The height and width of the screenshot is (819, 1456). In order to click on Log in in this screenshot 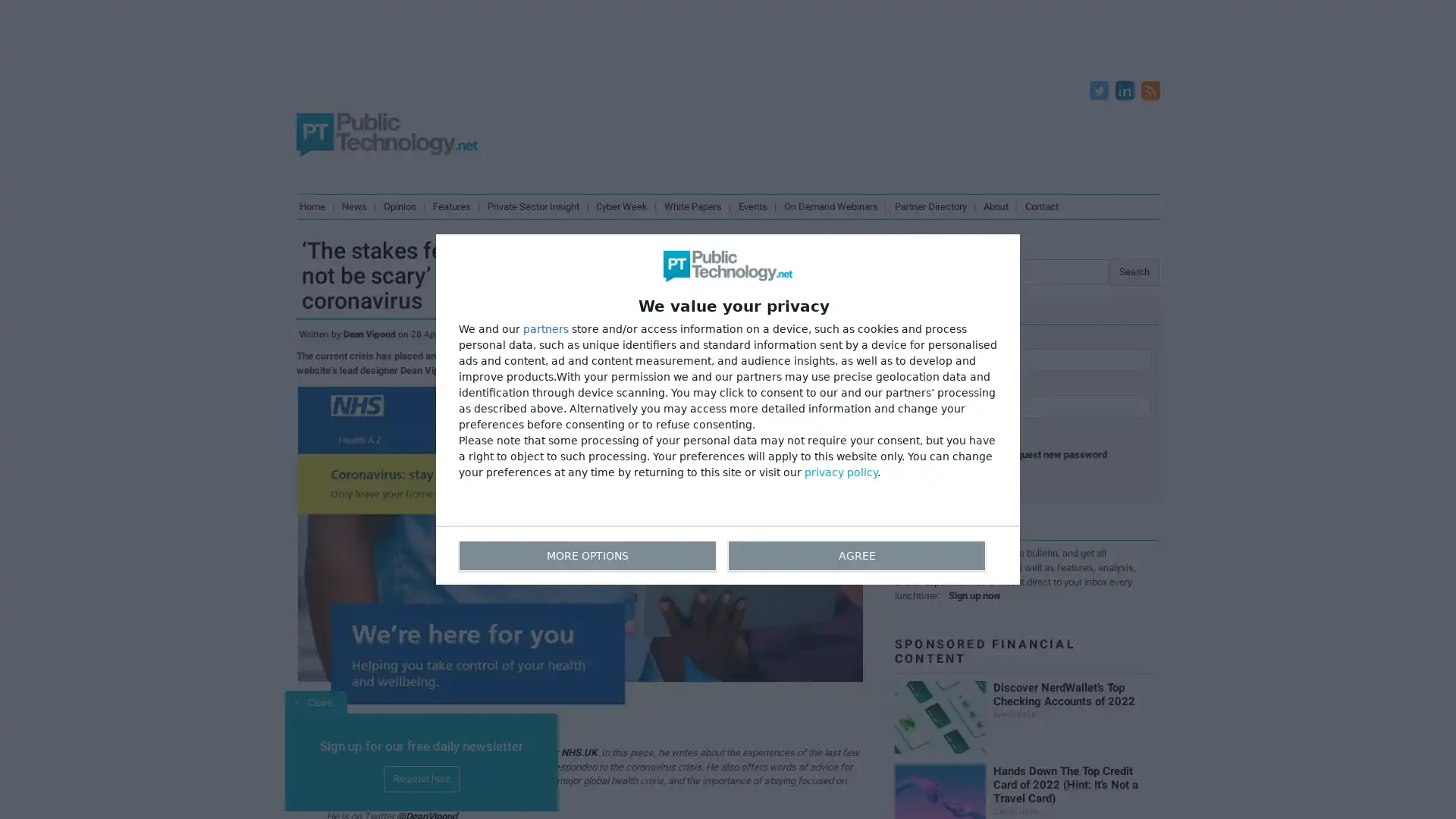, I will do `click(916, 481)`.